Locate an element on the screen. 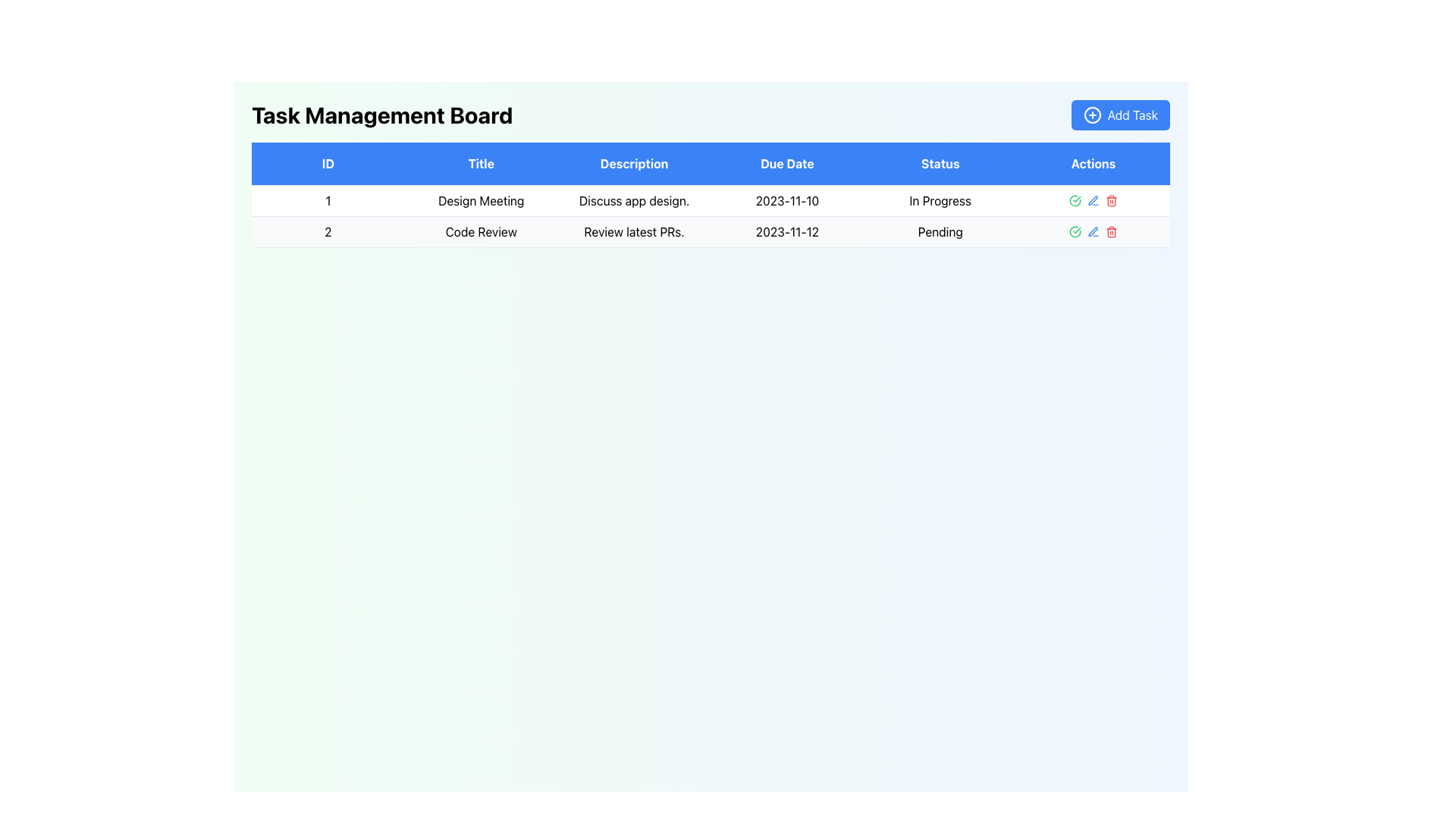 The image size is (1456, 819). the text label 'Description' which is the third column header in the table, styled in white on a blue background, located near the top of the layout is located at coordinates (634, 164).